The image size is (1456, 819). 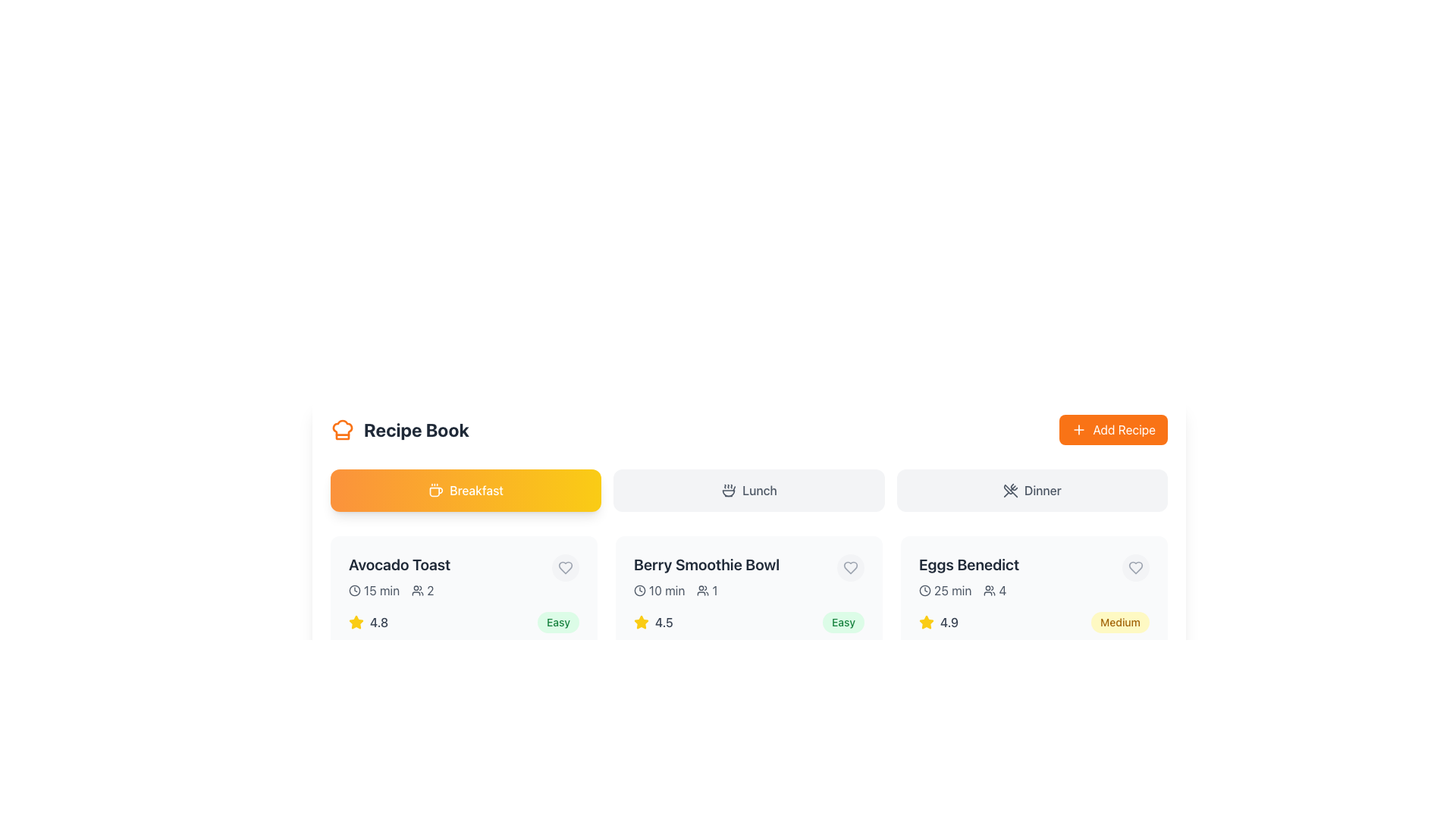 What do you see at coordinates (564, 567) in the screenshot?
I see `the heart icon button located at the top right of the card displaying 'Avocado Toast'` at bounding box center [564, 567].